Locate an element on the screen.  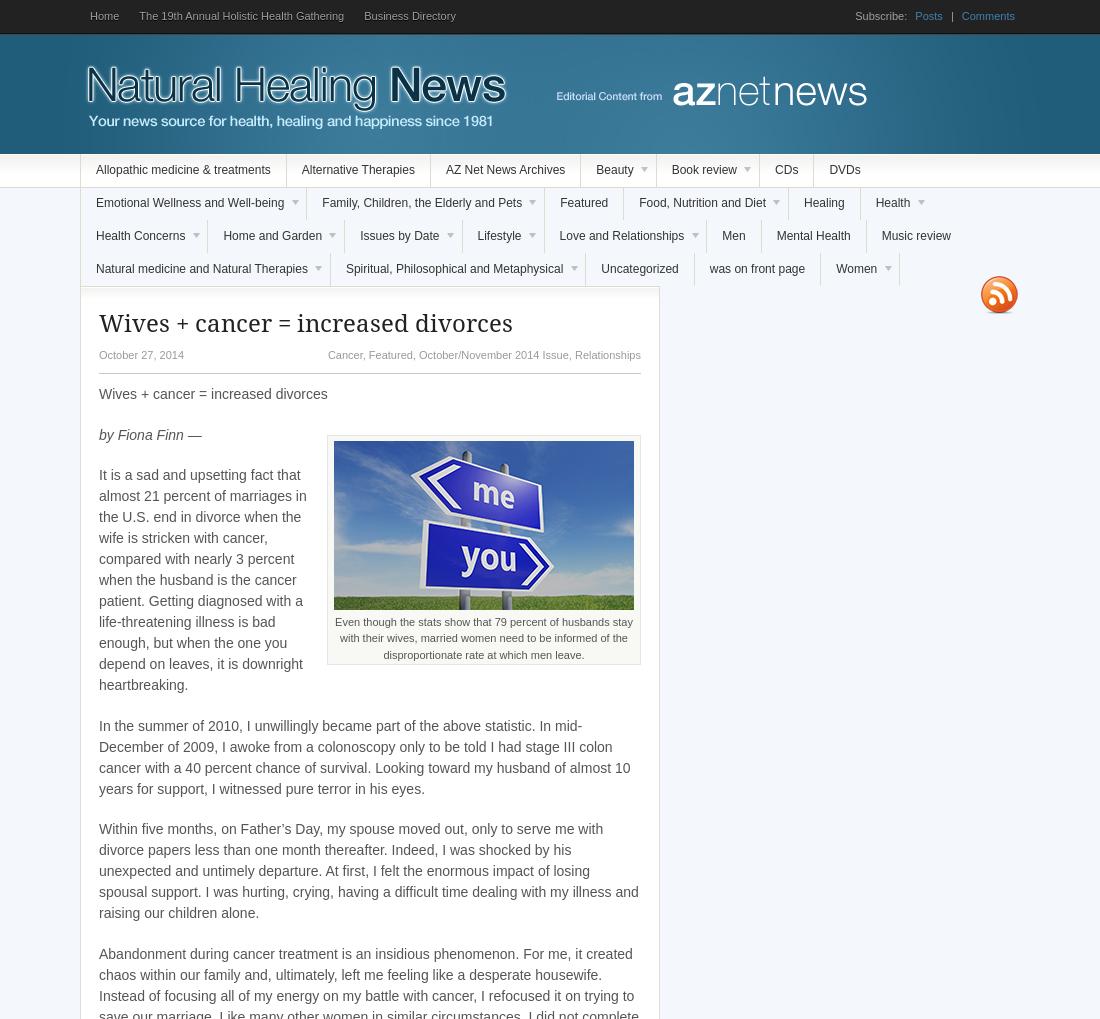
'Allopathic medicine & treatments' is located at coordinates (96, 169).